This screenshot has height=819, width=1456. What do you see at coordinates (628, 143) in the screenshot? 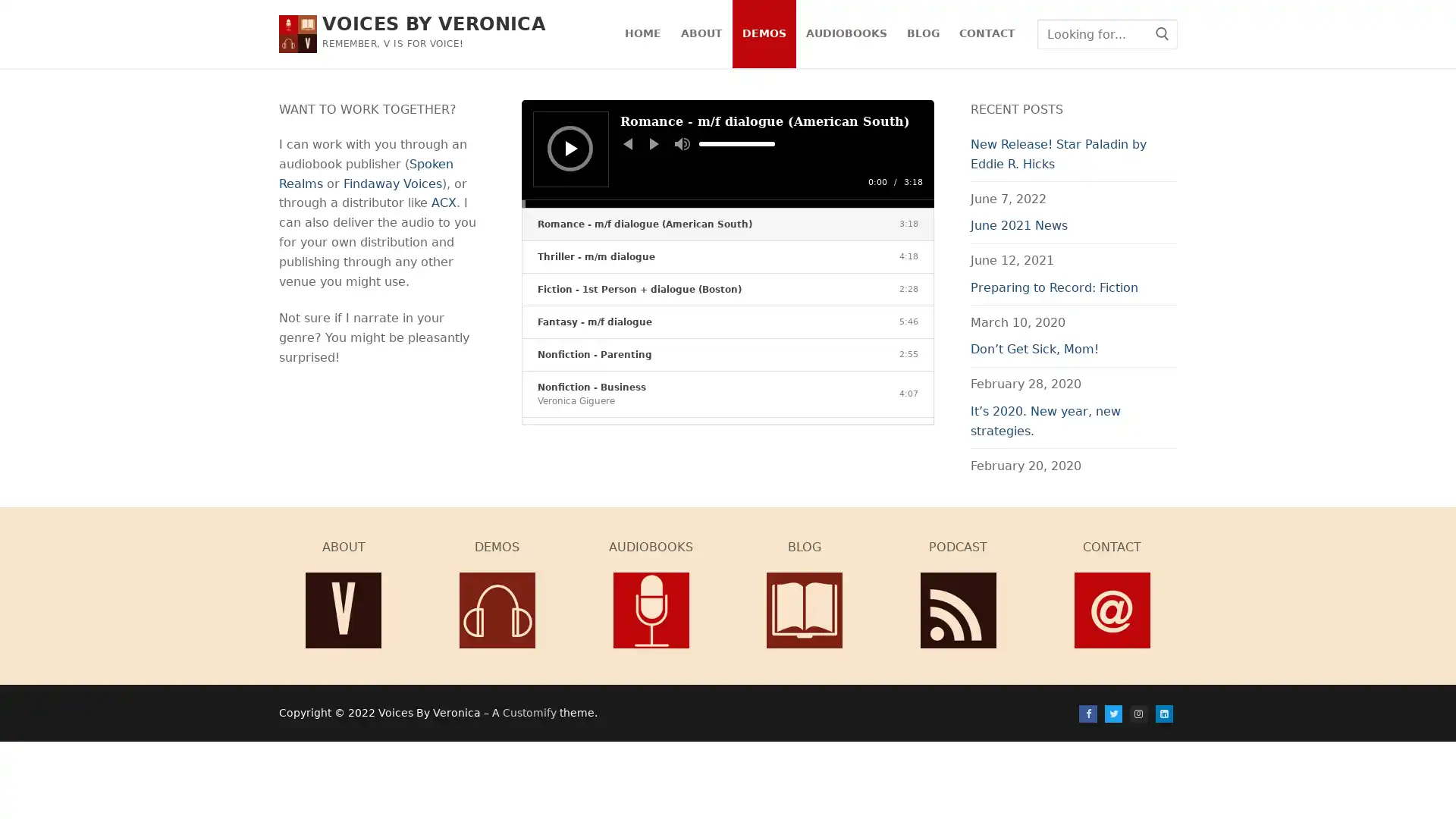
I see `Previous Track` at bounding box center [628, 143].